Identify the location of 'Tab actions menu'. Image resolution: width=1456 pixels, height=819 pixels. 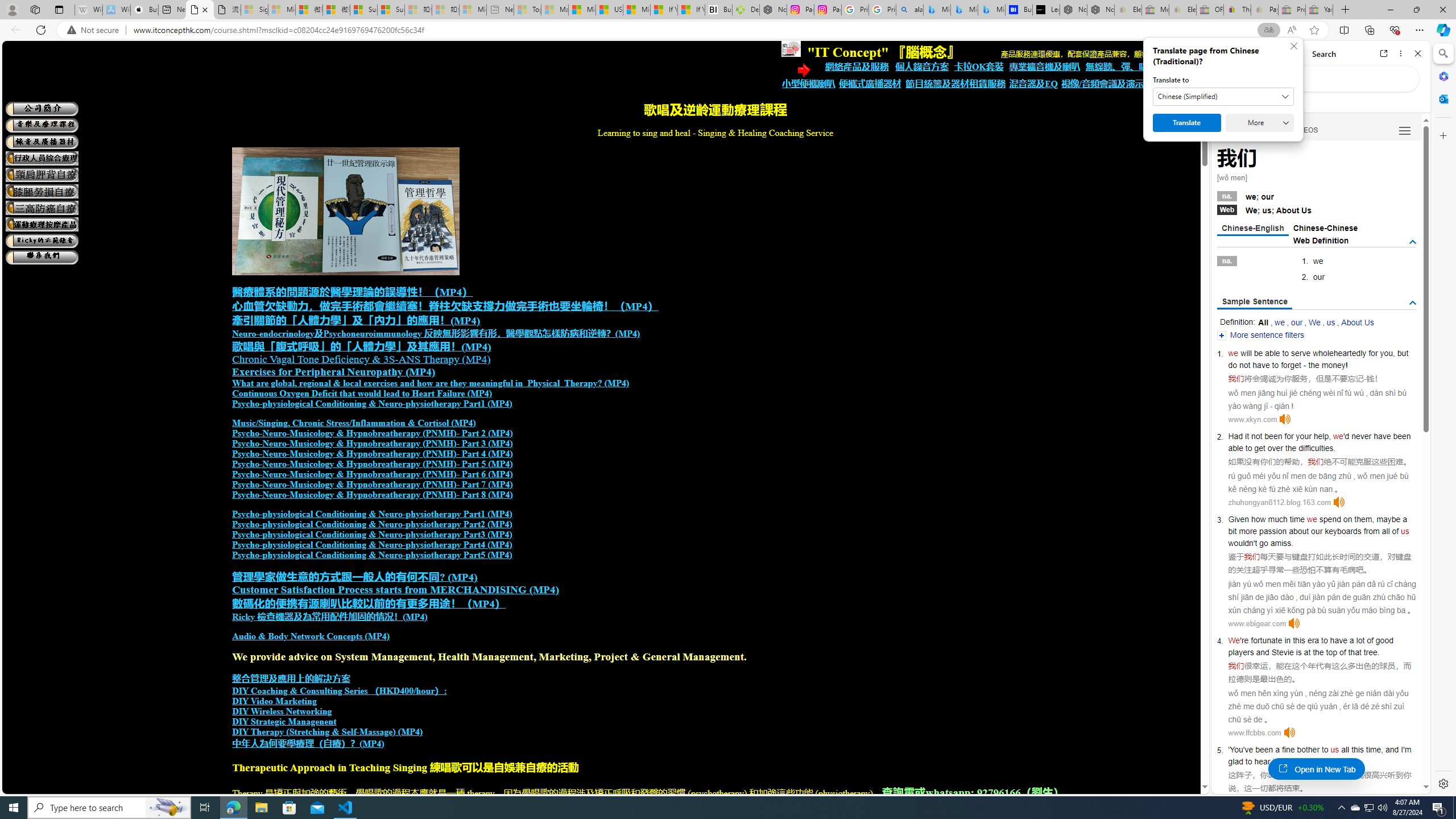
(58, 9).